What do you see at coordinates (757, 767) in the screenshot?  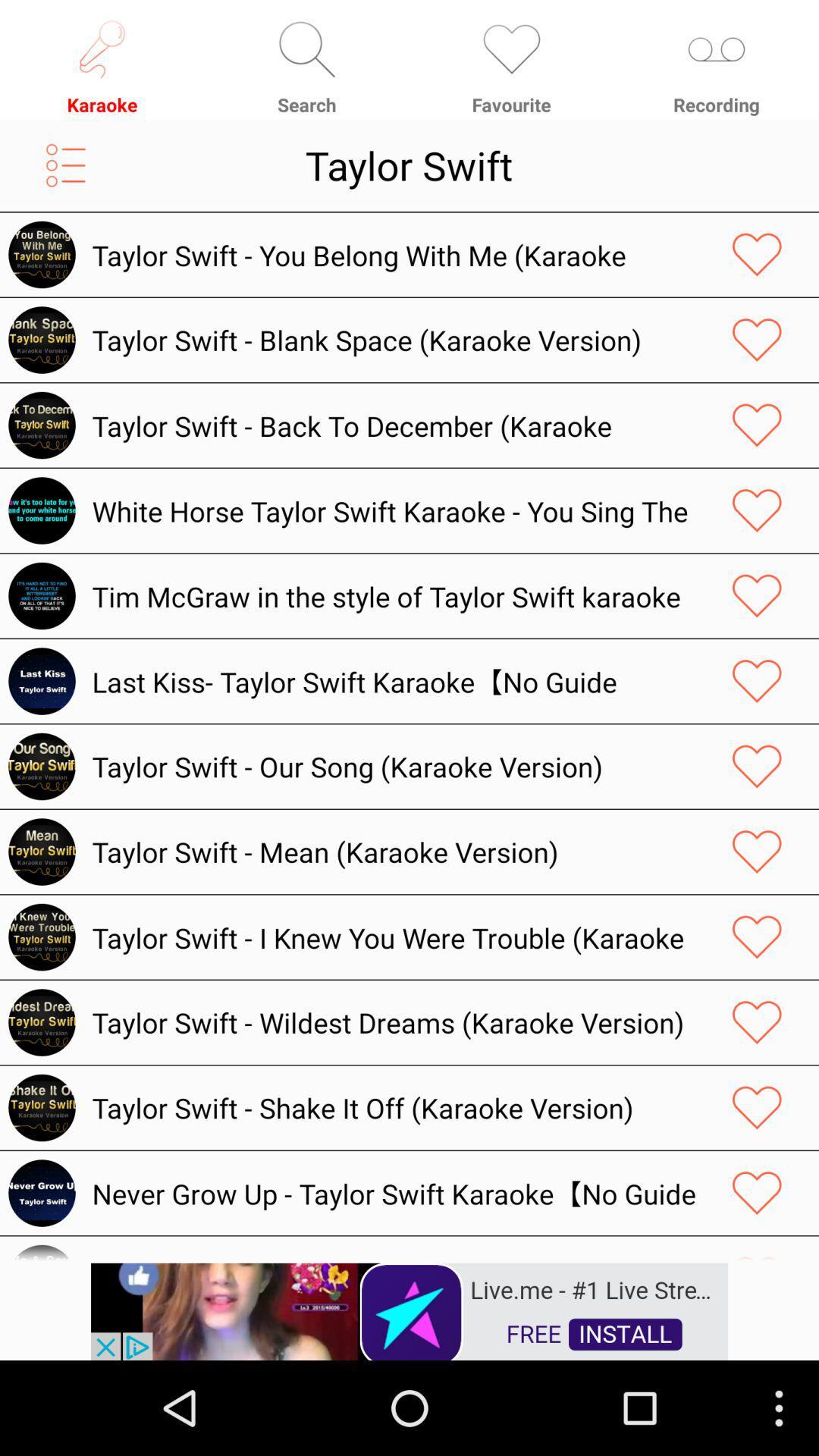 I see `like` at bounding box center [757, 767].